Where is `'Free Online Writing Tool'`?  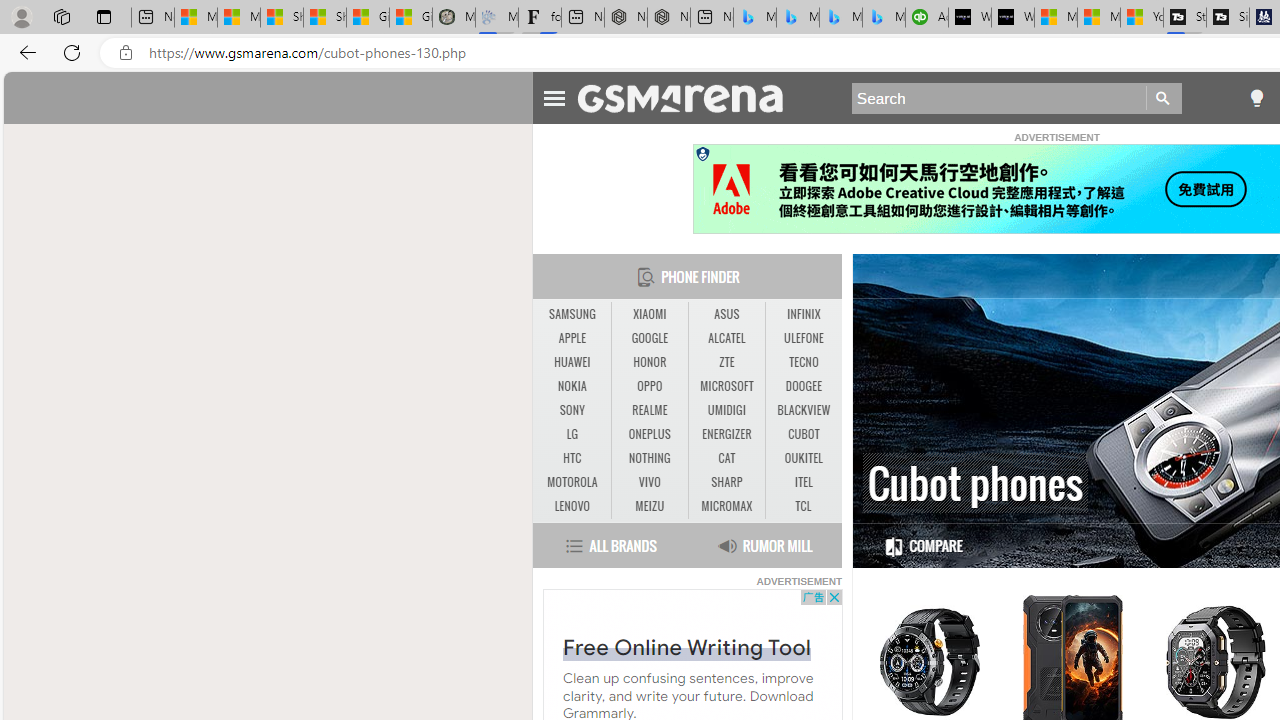 'Free Online Writing Tool' is located at coordinates (686, 646).